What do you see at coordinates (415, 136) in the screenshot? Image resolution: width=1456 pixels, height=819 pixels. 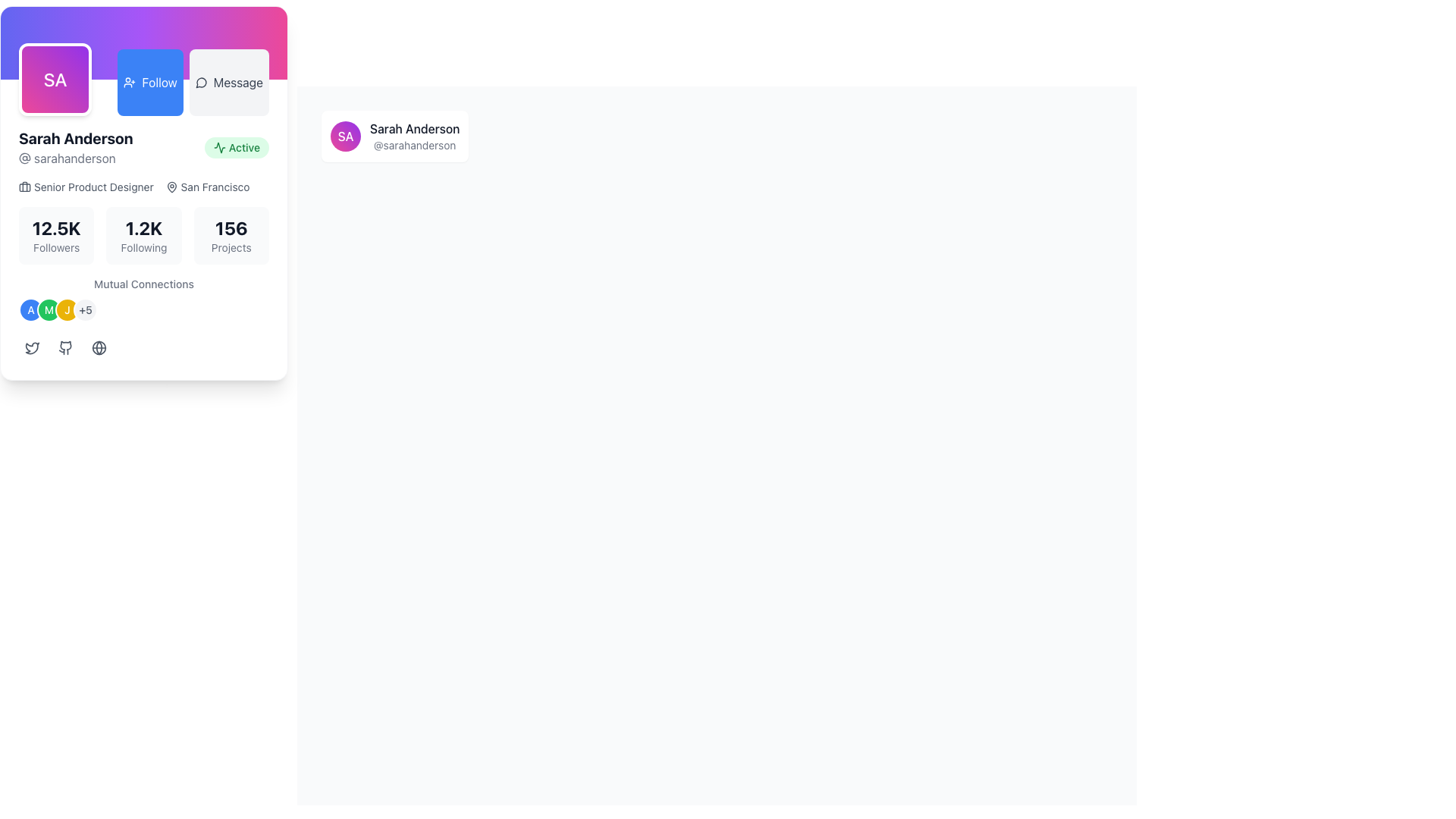 I see `the text display component showing 'Sarah Anderson' and '@sarahanderson' to interact with the card it is contained within, if it is interactive` at bounding box center [415, 136].